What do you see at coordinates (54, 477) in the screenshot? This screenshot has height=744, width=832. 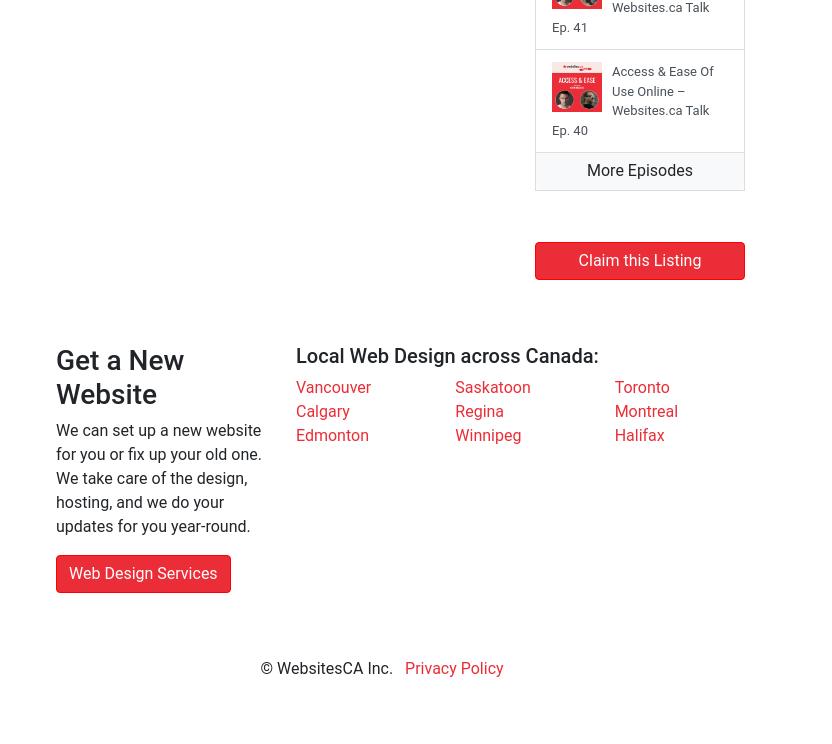 I see `'We can set up a new website for you or fix up your old one. We take care of the design, hosting, and we do your updates for you year-round.'` at bounding box center [54, 477].